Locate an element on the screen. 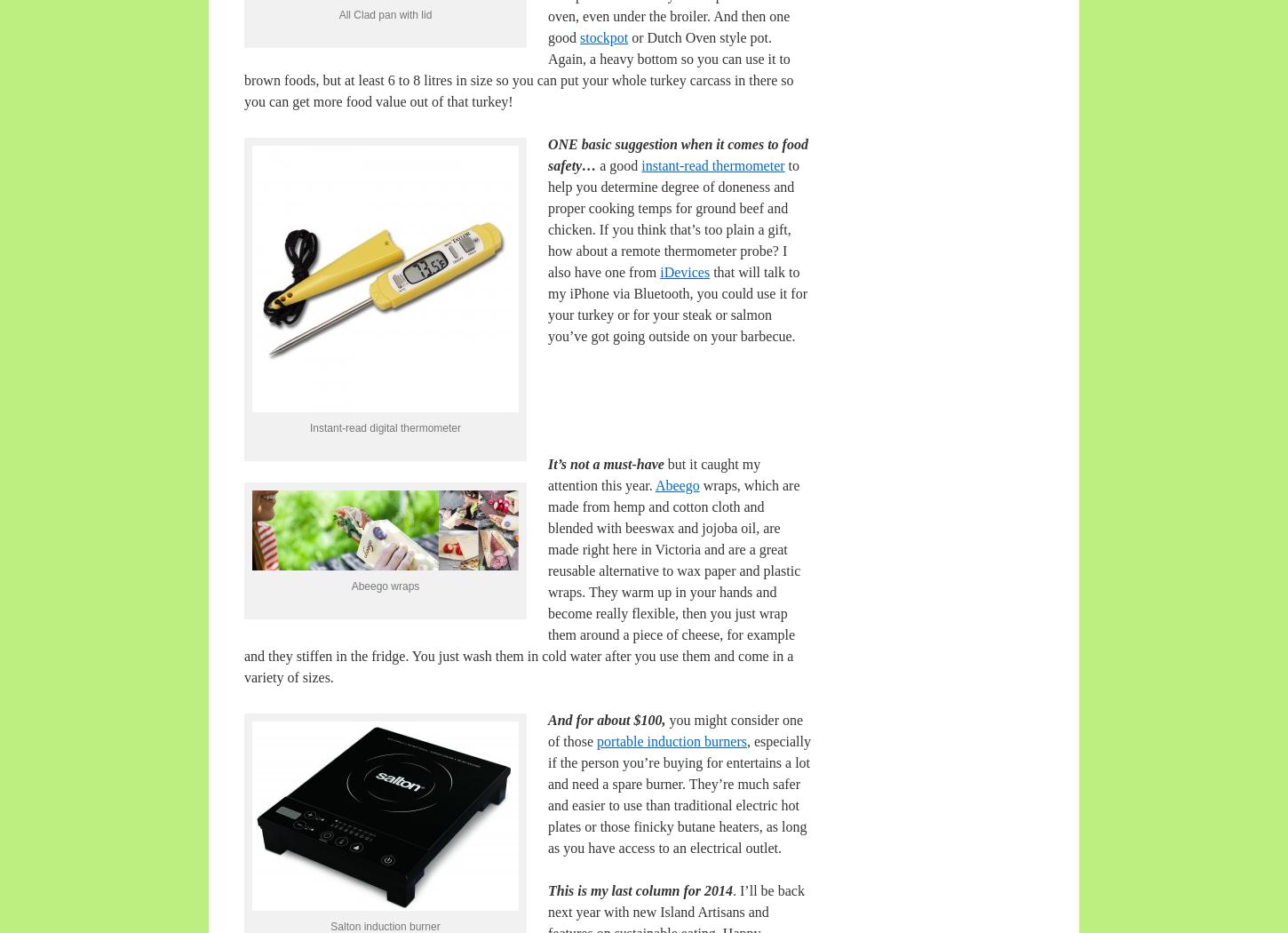 Image resolution: width=1288 pixels, height=933 pixels. 'And for about $100,' is located at coordinates (546, 719).